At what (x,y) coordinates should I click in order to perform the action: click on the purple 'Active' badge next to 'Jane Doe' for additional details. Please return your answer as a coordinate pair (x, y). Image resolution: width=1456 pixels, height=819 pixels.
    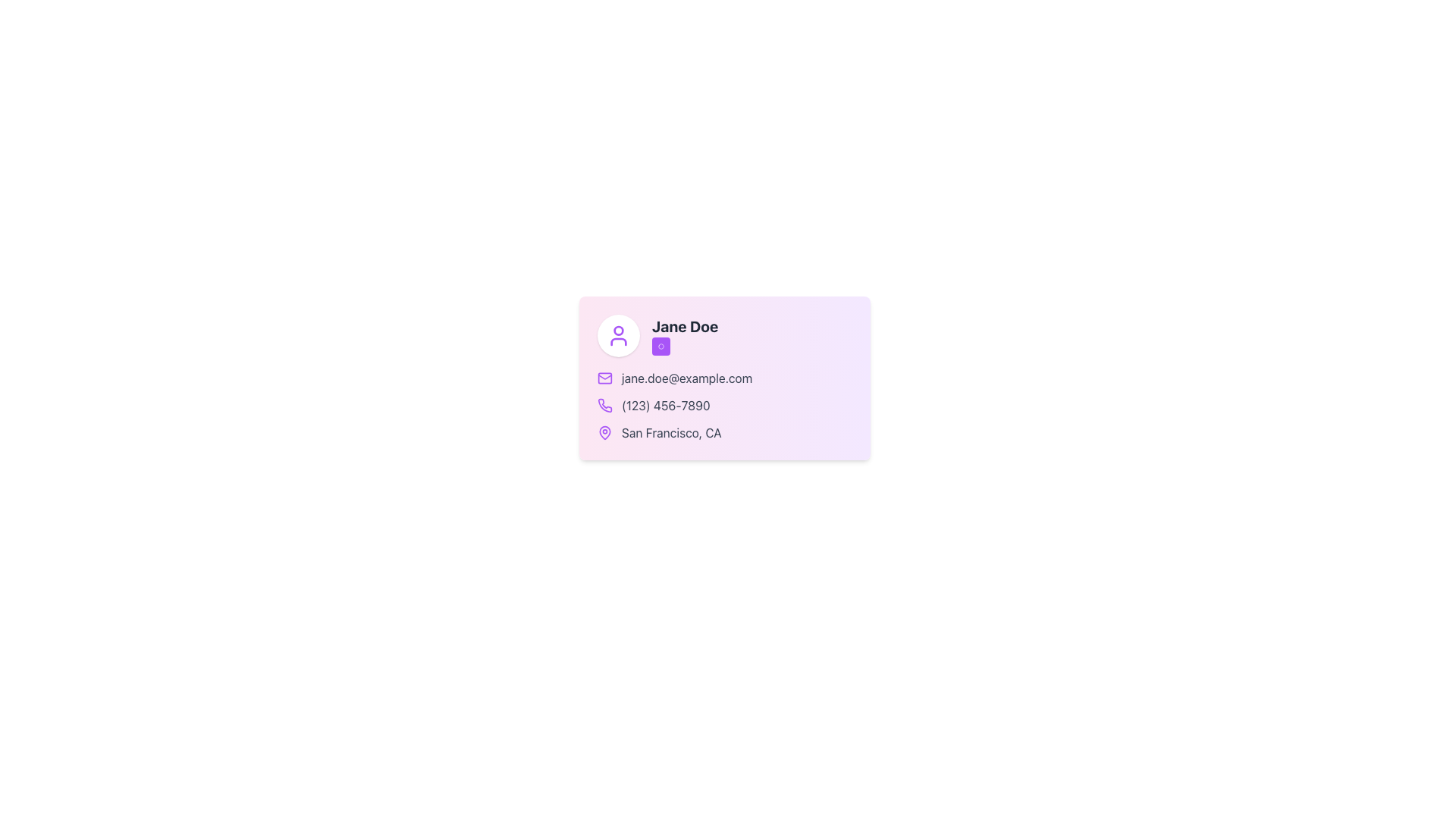
    Looking at the image, I should click on (684, 335).